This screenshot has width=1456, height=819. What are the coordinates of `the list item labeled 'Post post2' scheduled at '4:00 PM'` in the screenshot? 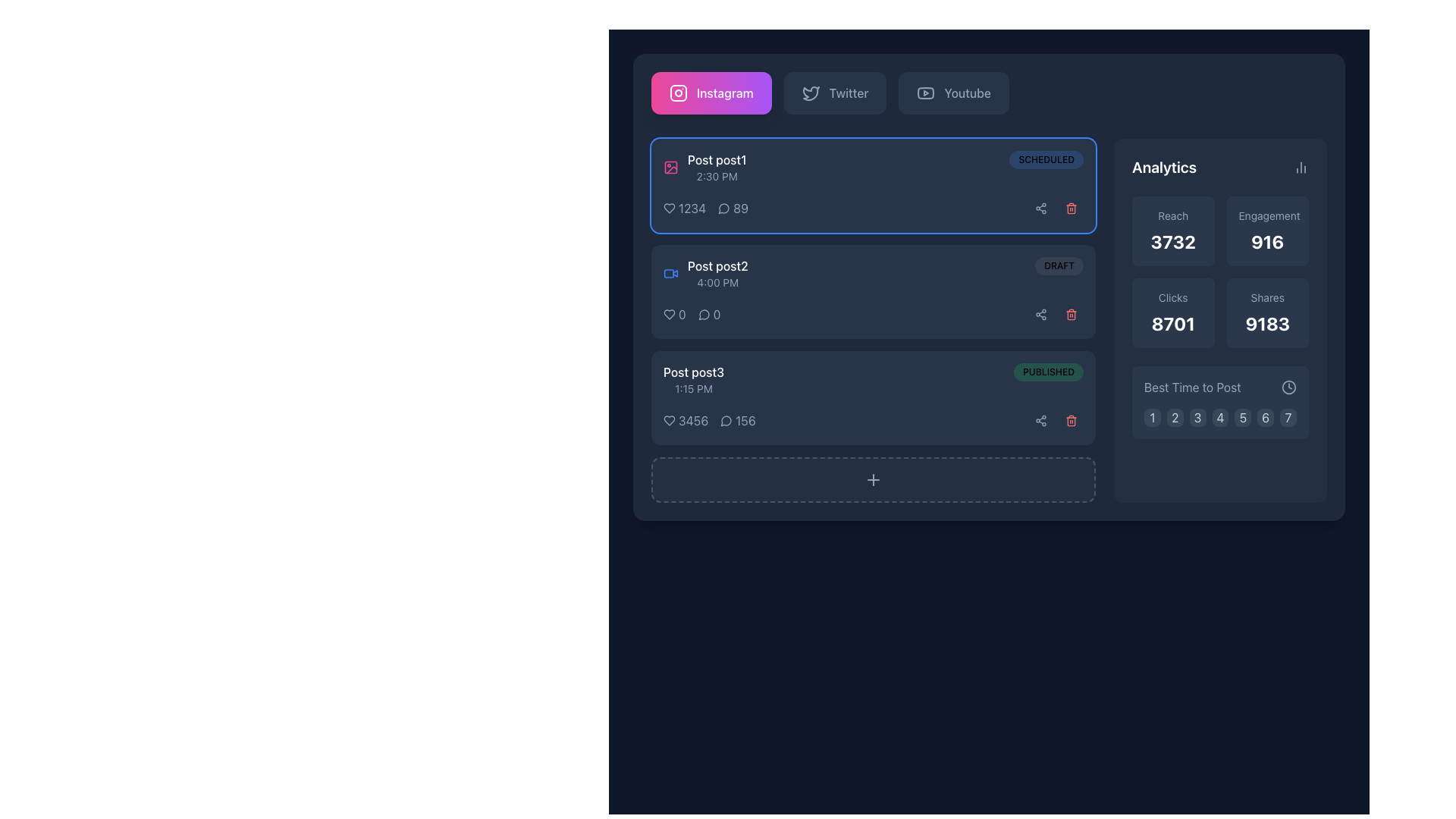 It's located at (704, 274).